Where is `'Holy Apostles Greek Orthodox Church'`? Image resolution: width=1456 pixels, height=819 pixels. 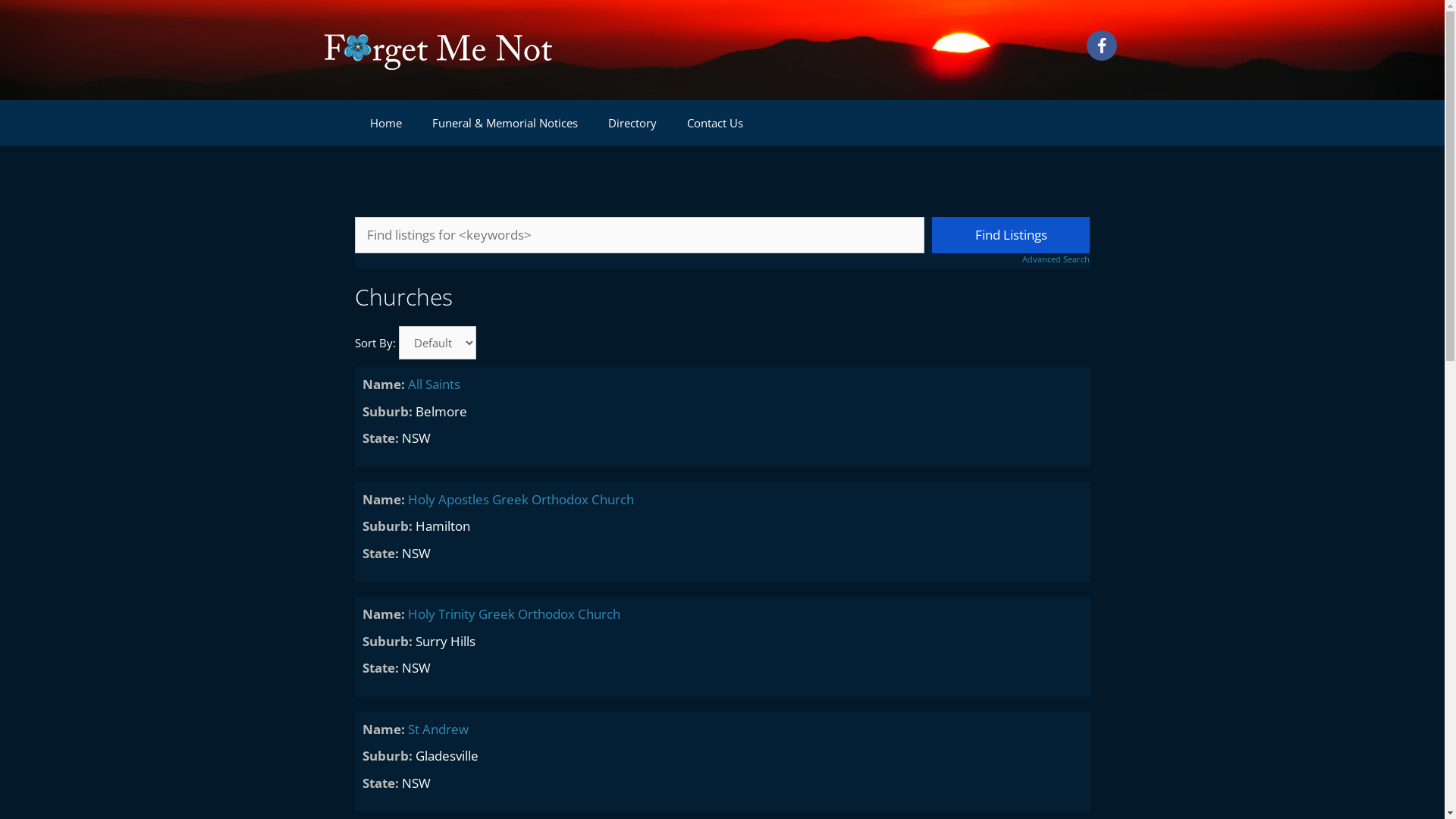
'Holy Apostles Greek Orthodox Church' is located at coordinates (520, 498).